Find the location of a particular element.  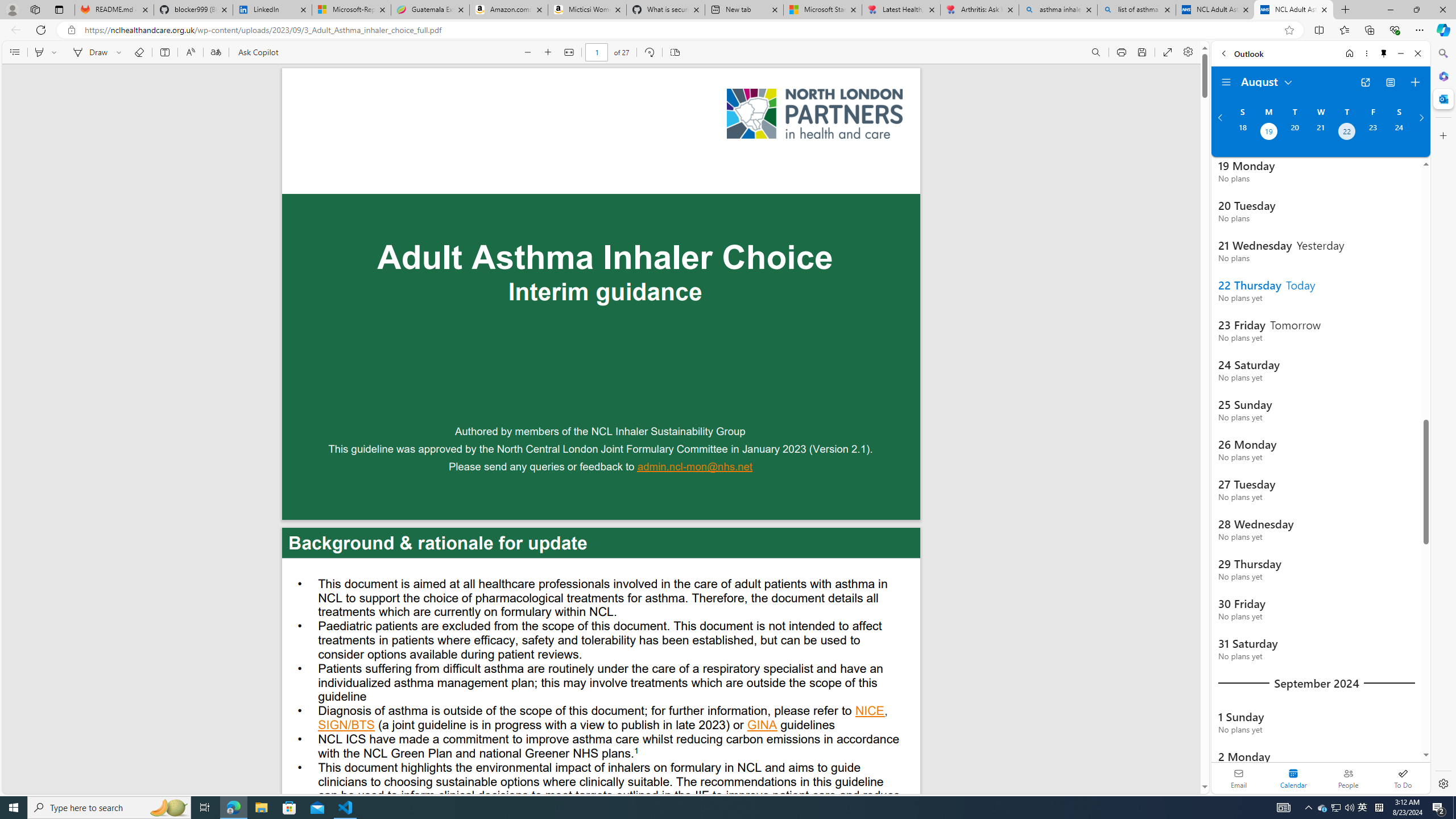

'Read aloud' is located at coordinates (190, 52).